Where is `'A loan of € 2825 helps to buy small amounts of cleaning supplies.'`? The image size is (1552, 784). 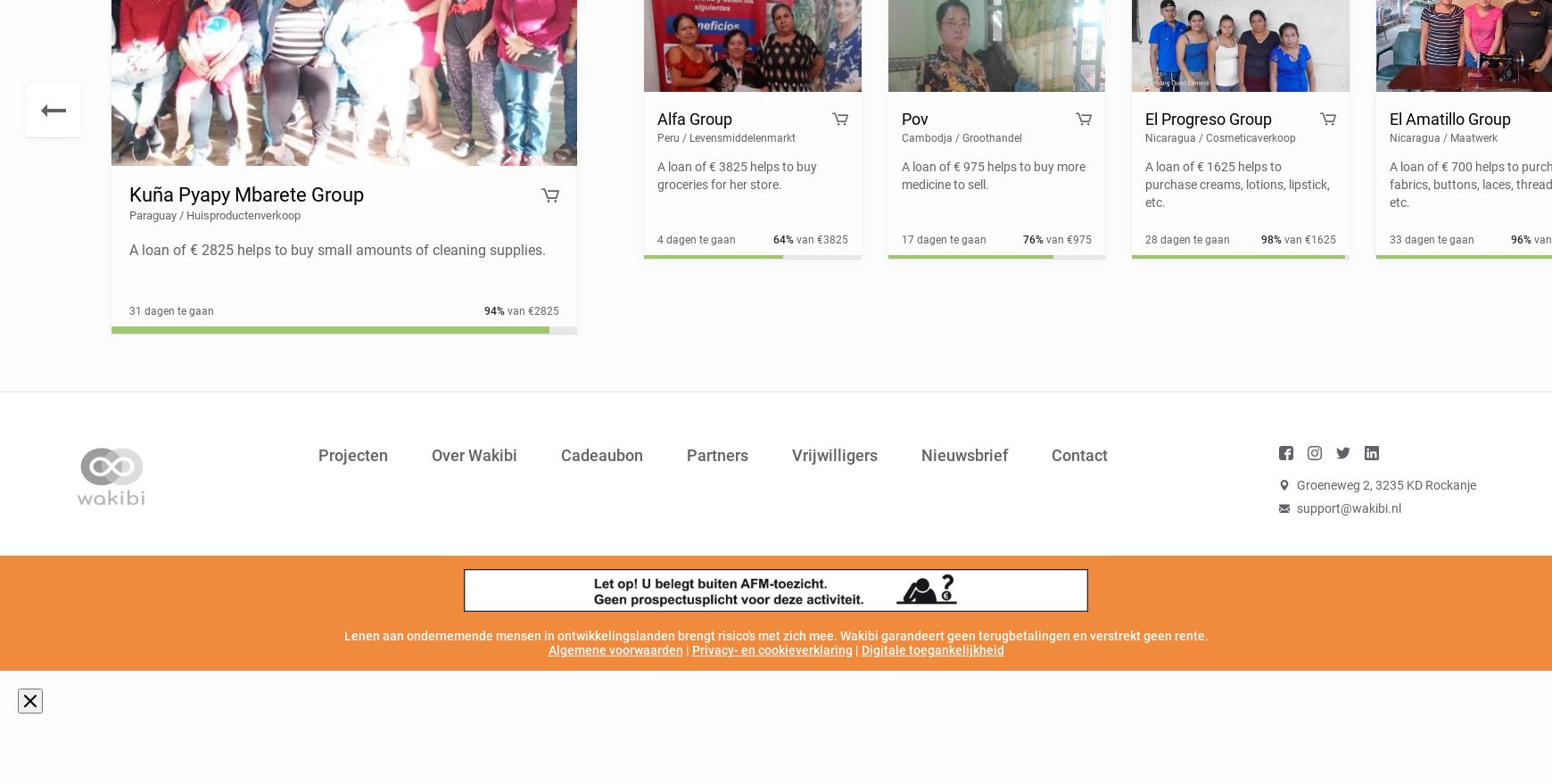
'A loan of € 2825 helps to buy small amounts of cleaning supplies.' is located at coordinates (336, 249).